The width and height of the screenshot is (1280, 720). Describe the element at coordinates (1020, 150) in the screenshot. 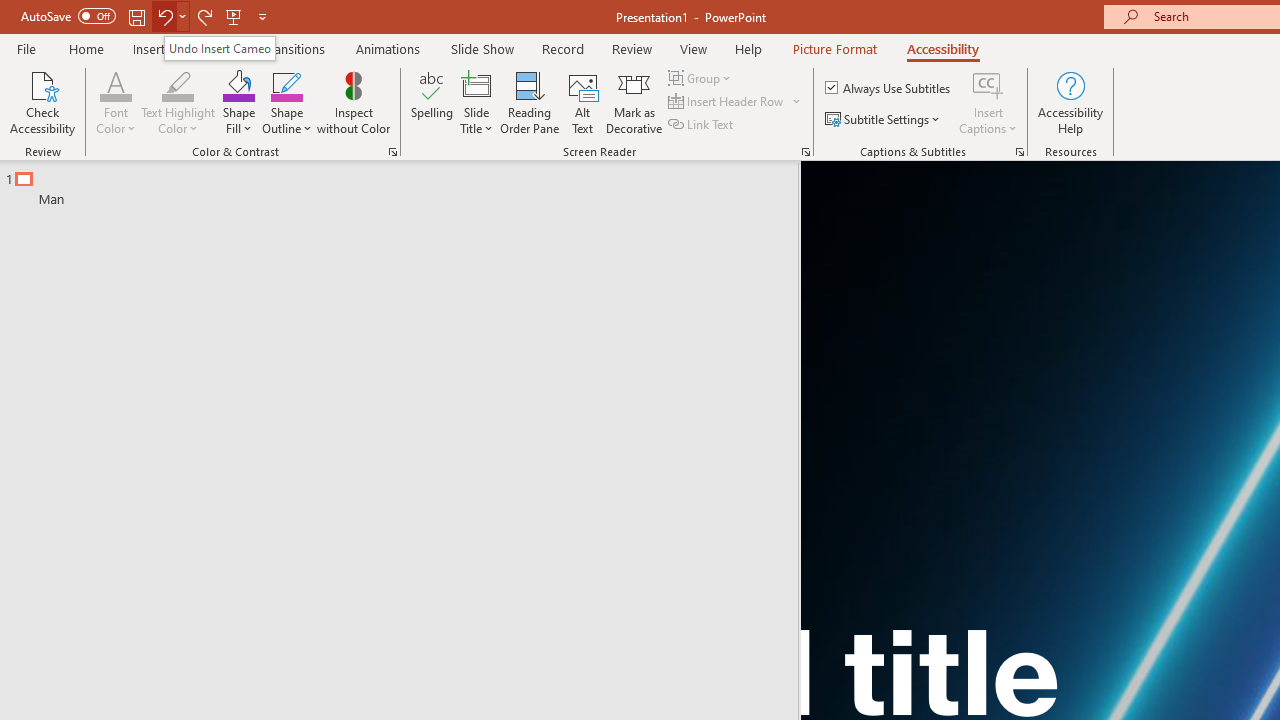

I see `'Captions & Subtitles'` at that location.